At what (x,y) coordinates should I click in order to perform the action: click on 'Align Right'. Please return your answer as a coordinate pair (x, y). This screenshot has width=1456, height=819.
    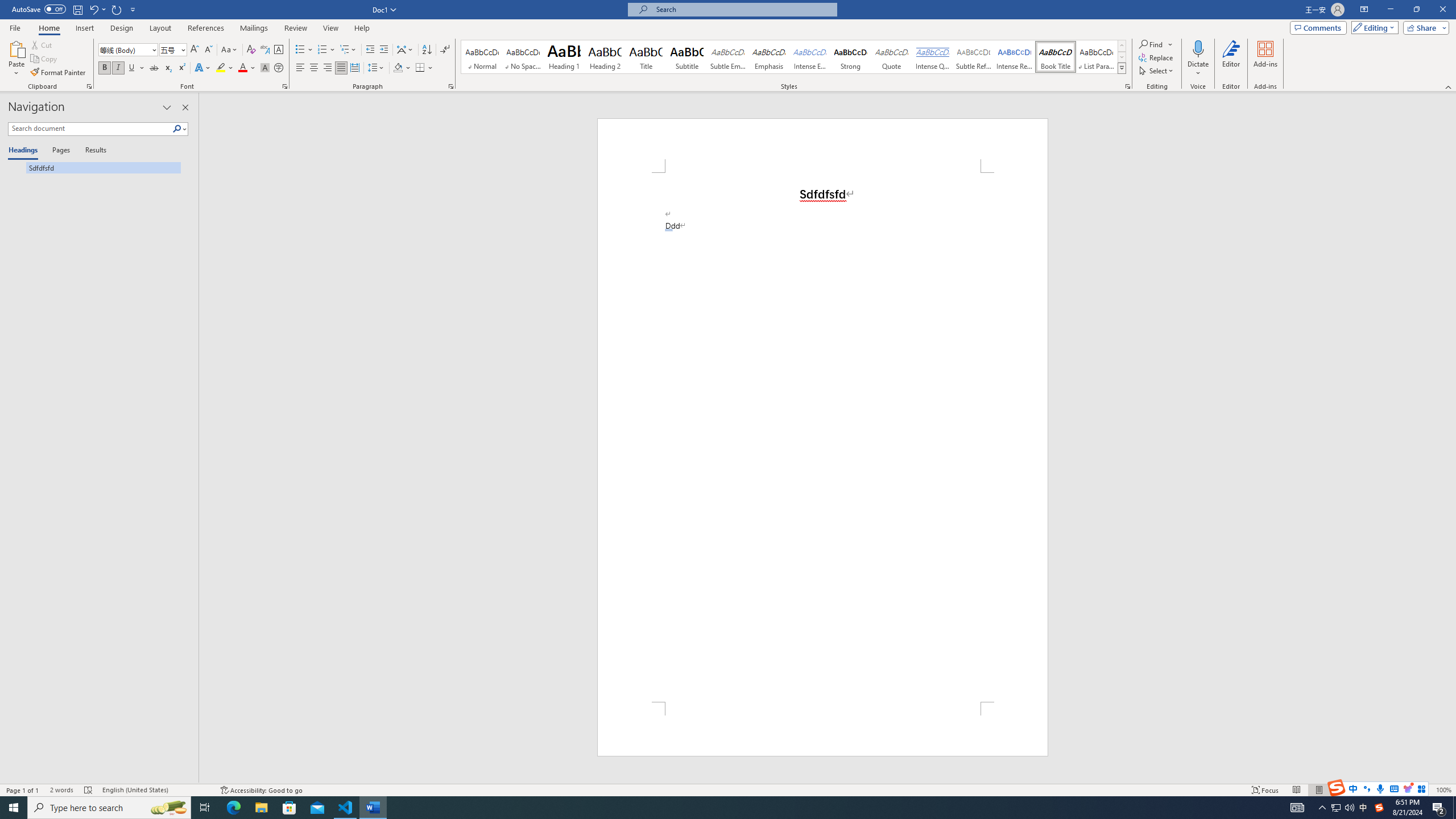
    Looking at the image, I should click on (327, 67).